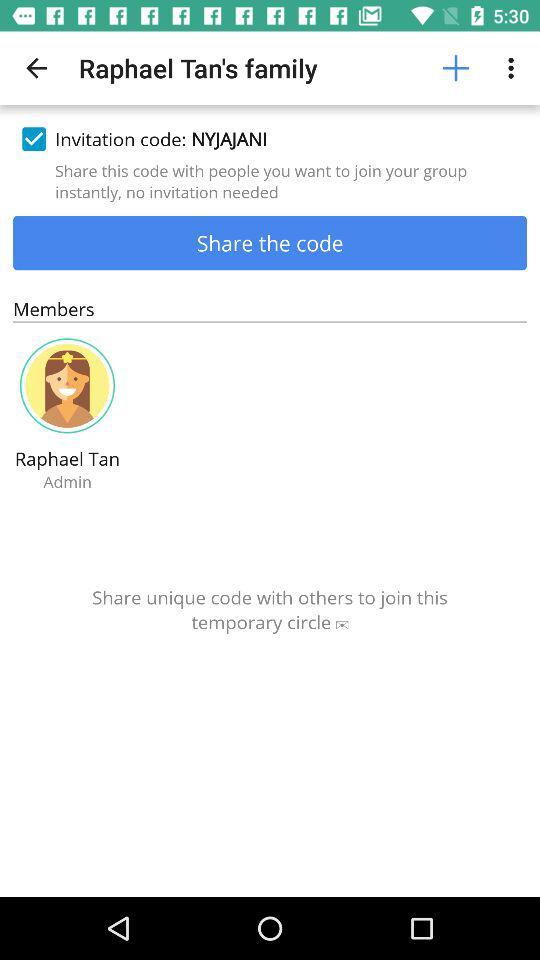 Image resolution: width=540 pixels, height=960 pixels. I want to click on the blue button which is above members, so click(270, 241).